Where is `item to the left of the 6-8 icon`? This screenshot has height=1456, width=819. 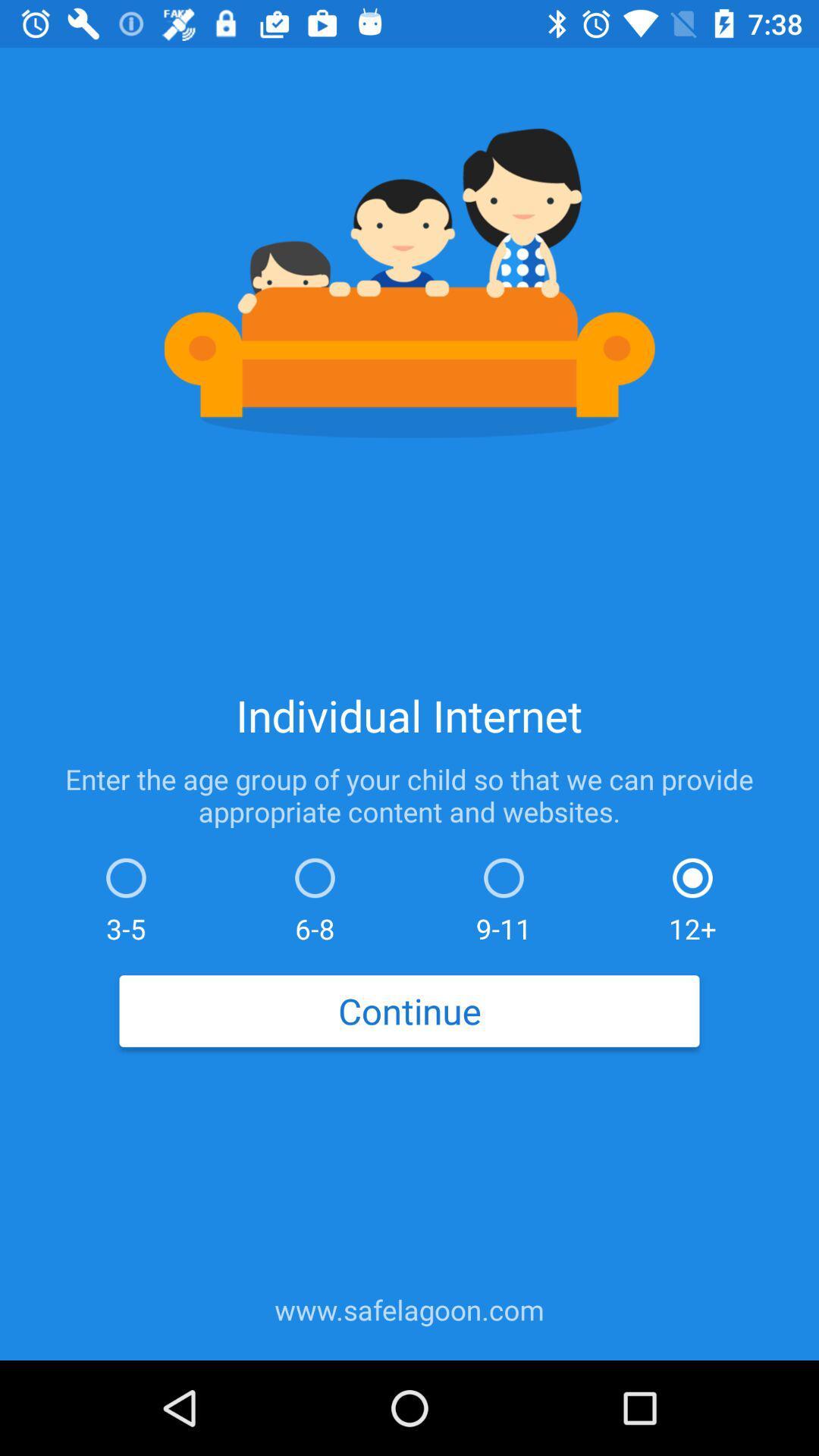
item to the left of the 6-8 icon is located at coordinates (125, 896).